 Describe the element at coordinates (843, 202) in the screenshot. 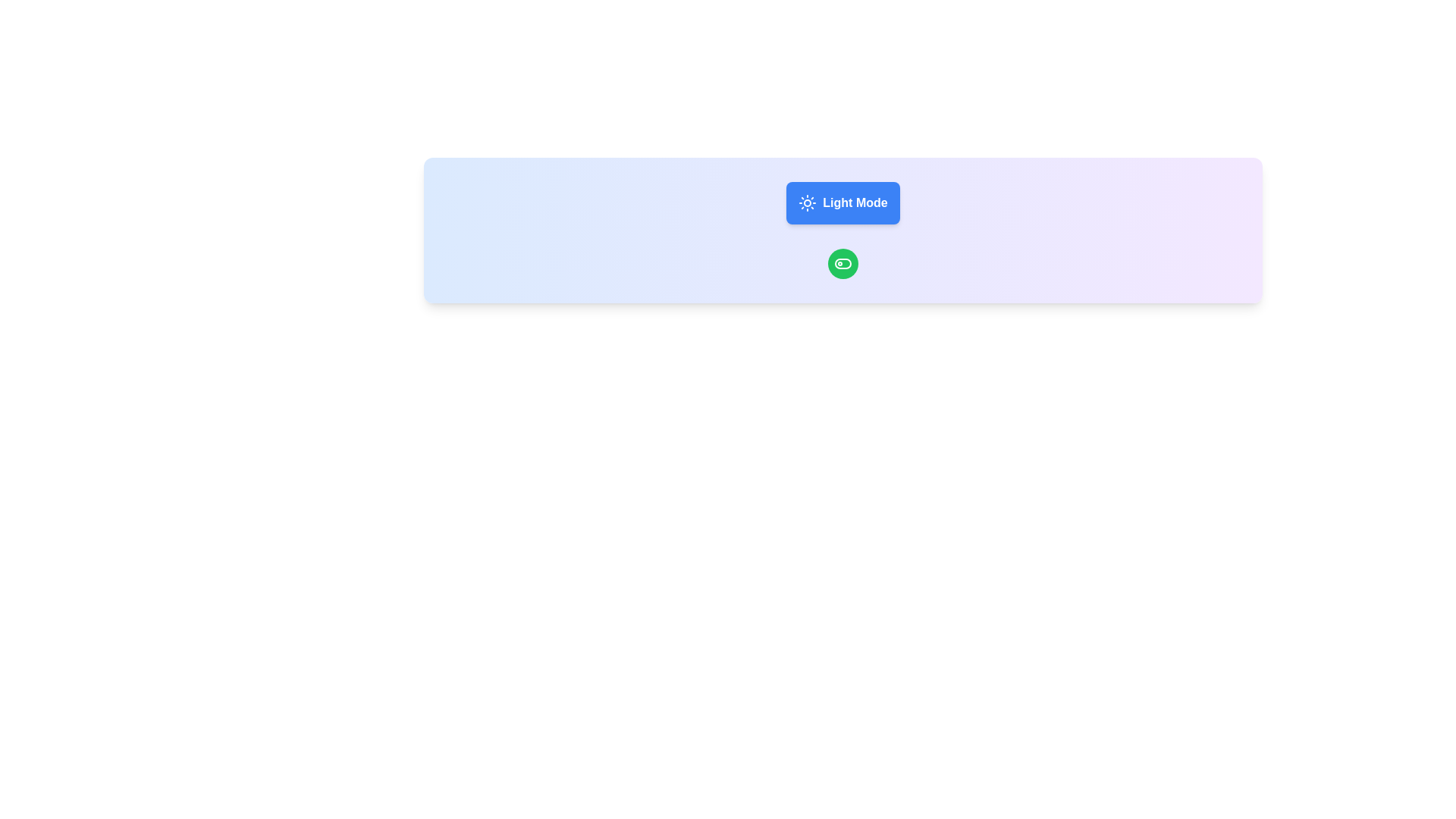

I see `the light mode toggle button for accessibility by moving the cursor to its center` at that location.